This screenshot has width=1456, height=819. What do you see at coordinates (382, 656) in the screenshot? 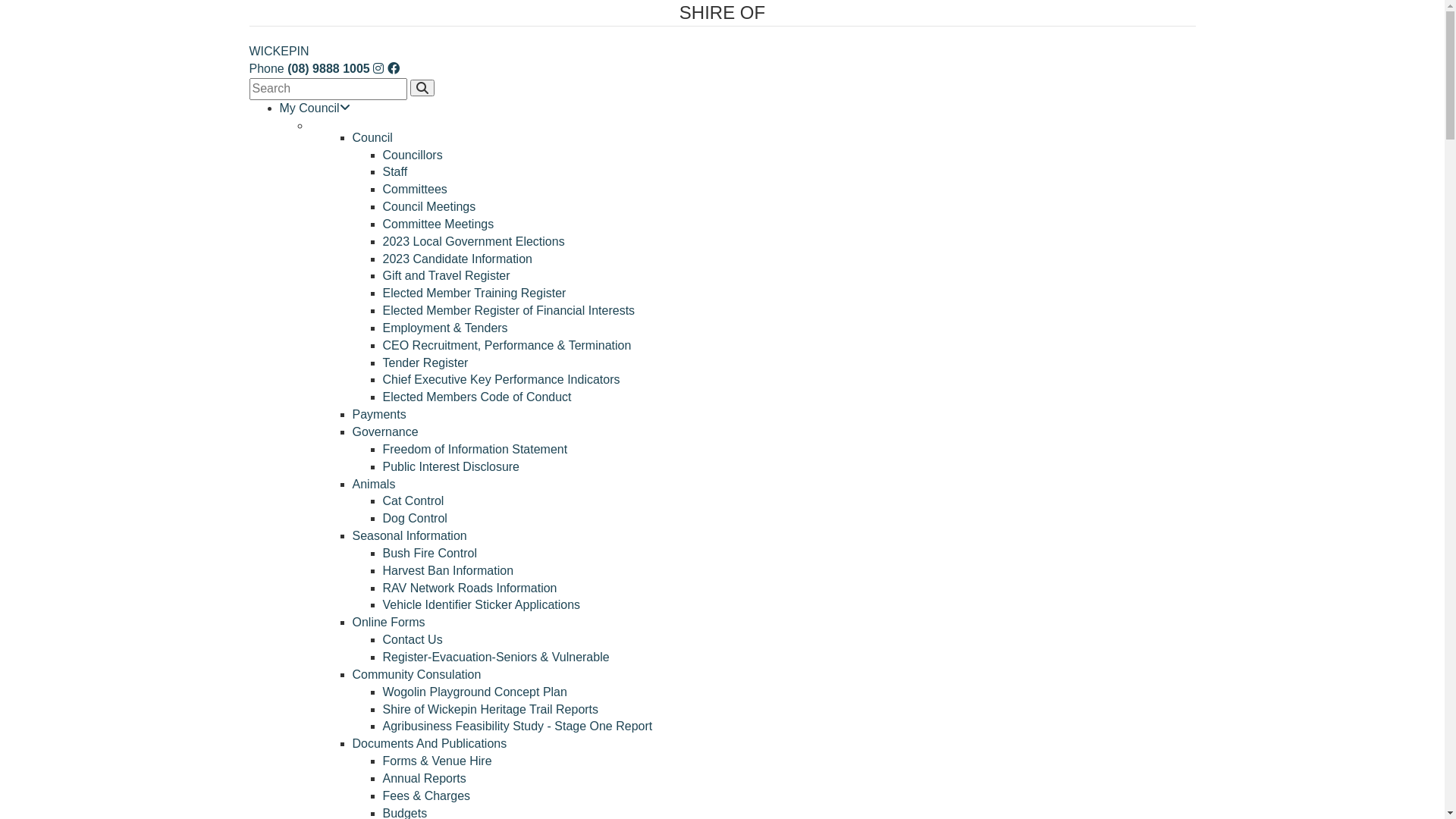
I see `'Register-Evacuation-Seniors & Vulnerable'` at bounding box center [382, 656].